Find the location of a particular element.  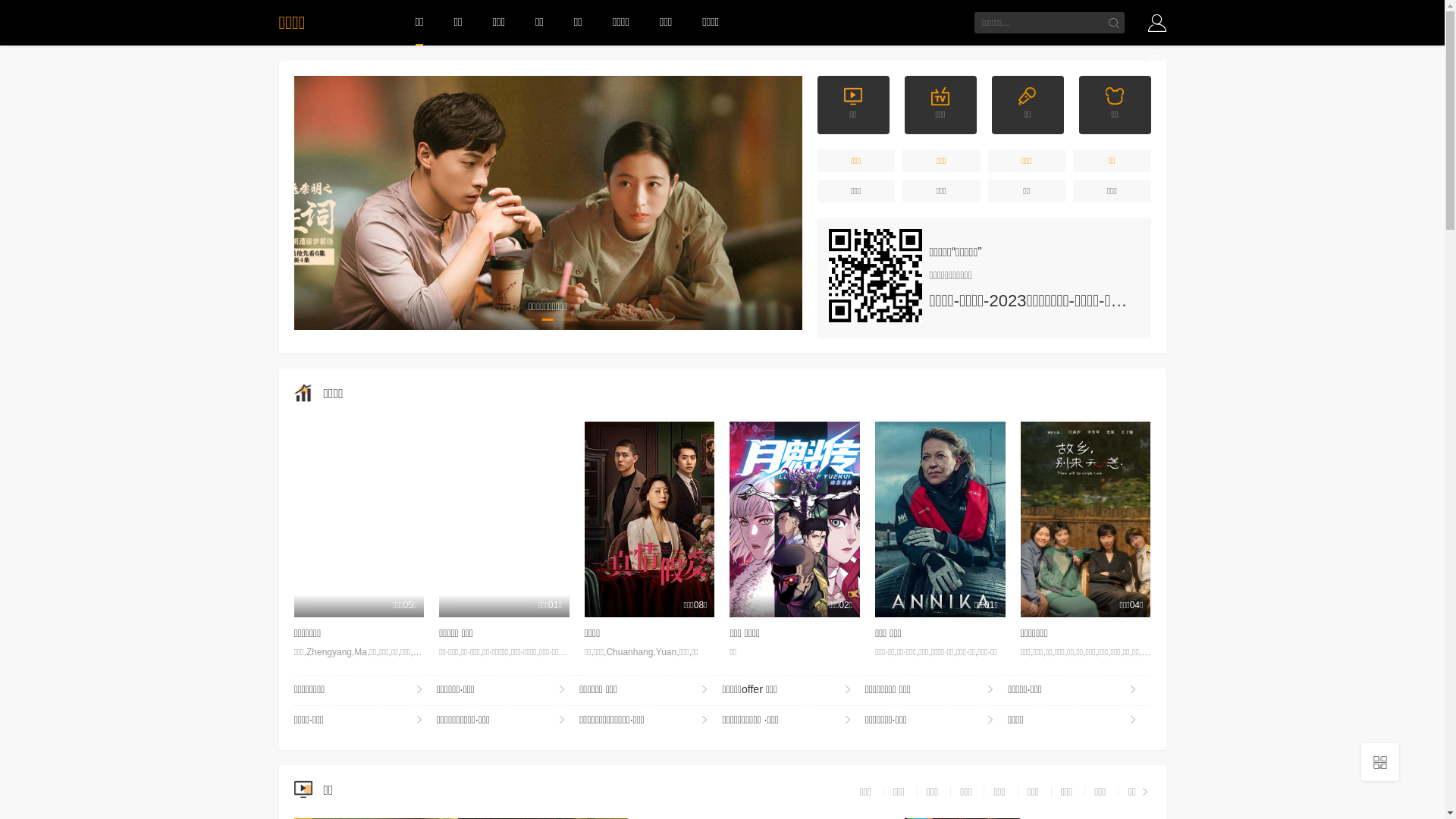

'http://xiaohuang.cc/' is located at coordinates (874, 275).